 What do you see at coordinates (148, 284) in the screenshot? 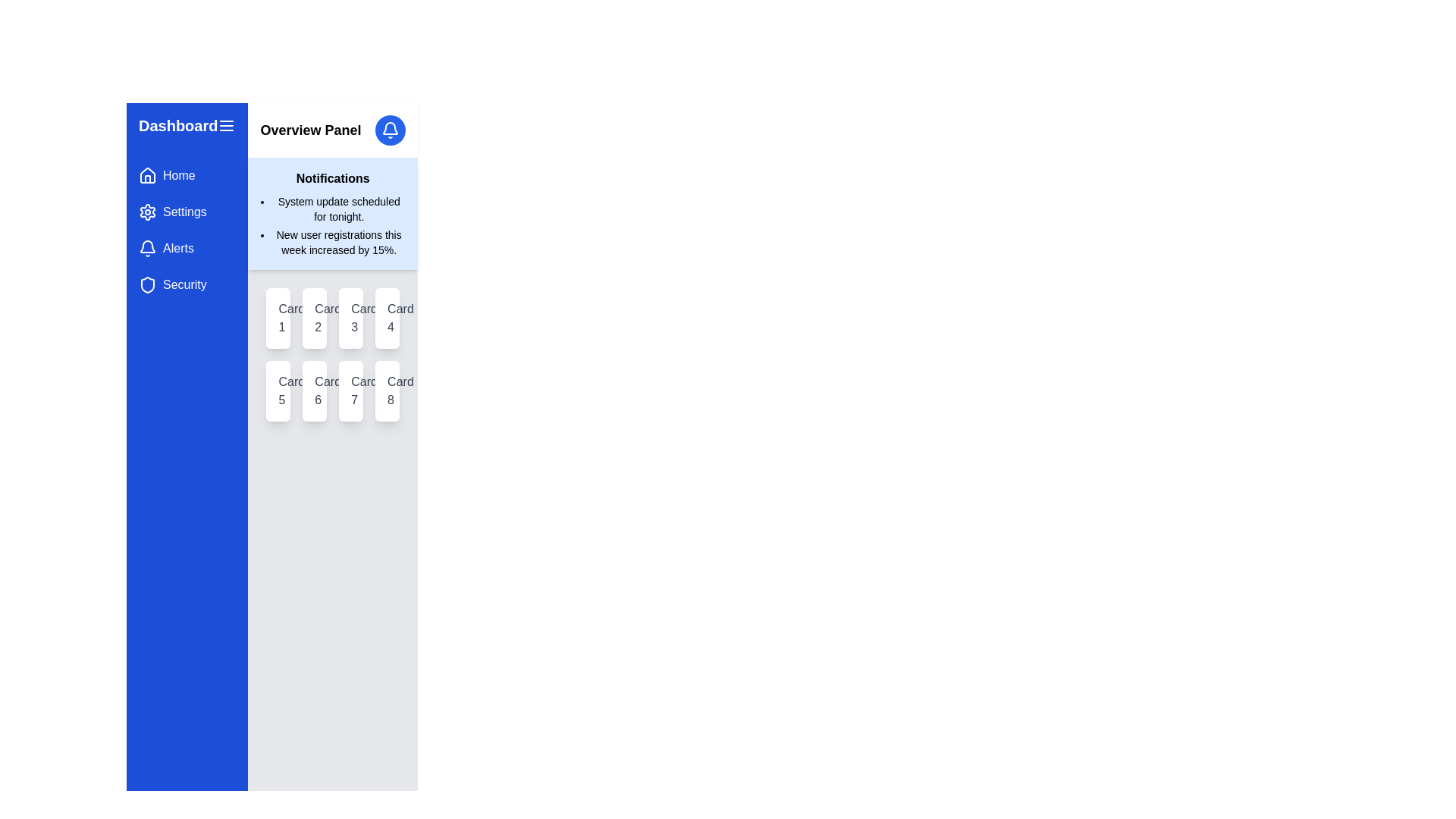
I see `the shield icon located in the 'Security' section of the vertical navigation bar, positioned to the left of the 'Security' text label` at bounding box center [148, 284].